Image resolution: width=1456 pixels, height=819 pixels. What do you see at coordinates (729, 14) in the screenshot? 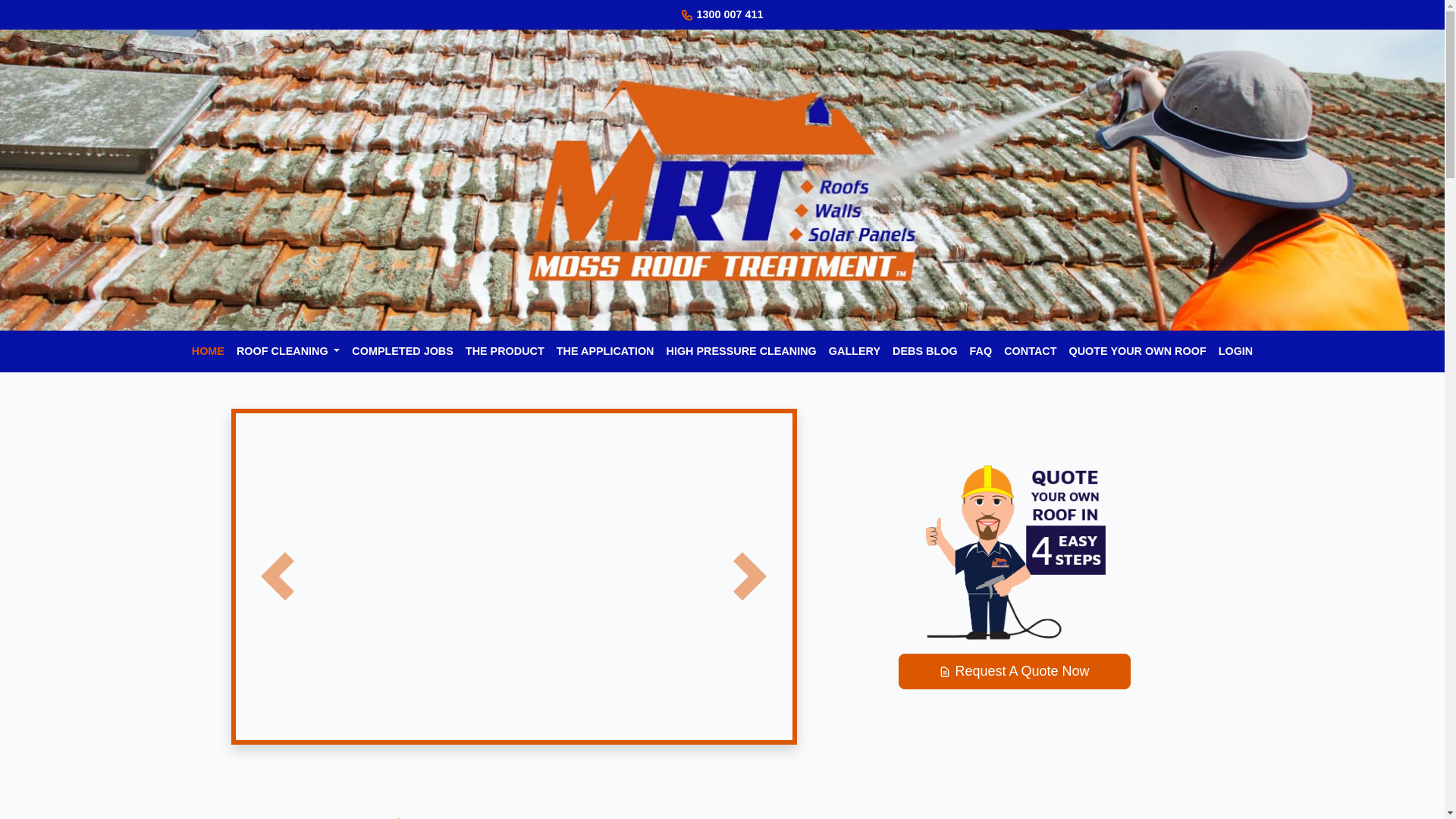
I see `'1300 007 411'` at bounding box center [729, 14].